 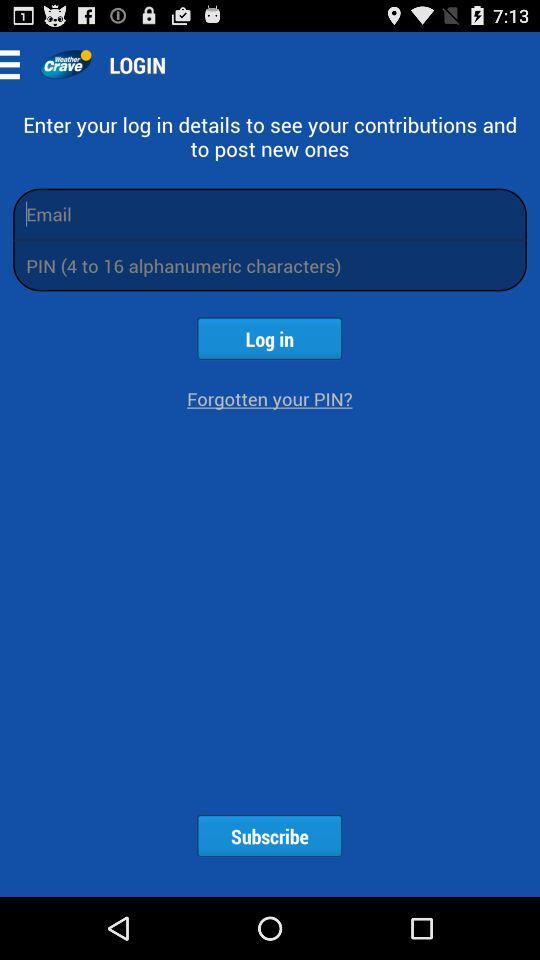 I want to click on pin number, so click(x=270, y=264).